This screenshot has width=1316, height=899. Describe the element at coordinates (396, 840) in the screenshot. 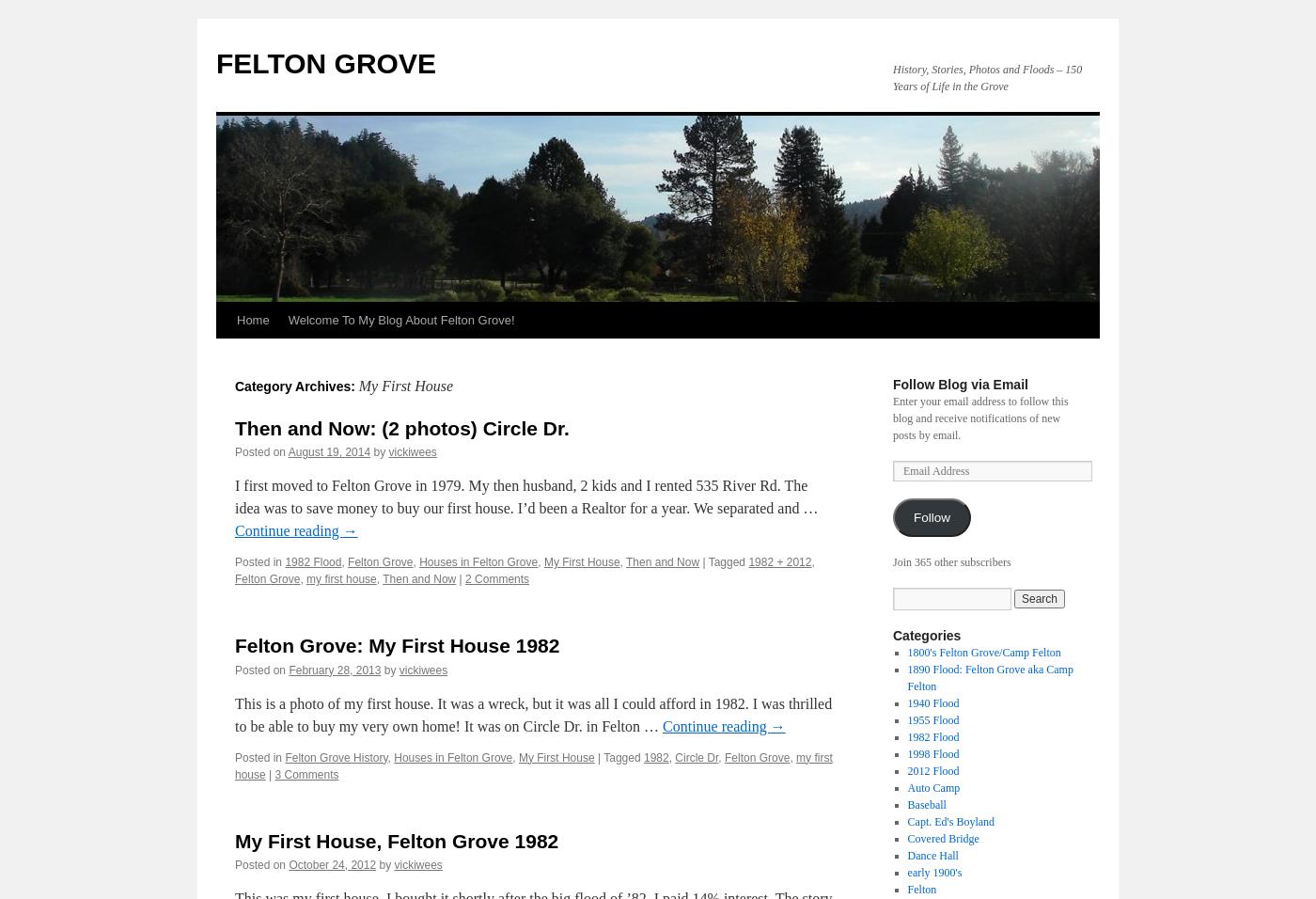

I see `'My First House, Felton Grove 1982'` at that location.